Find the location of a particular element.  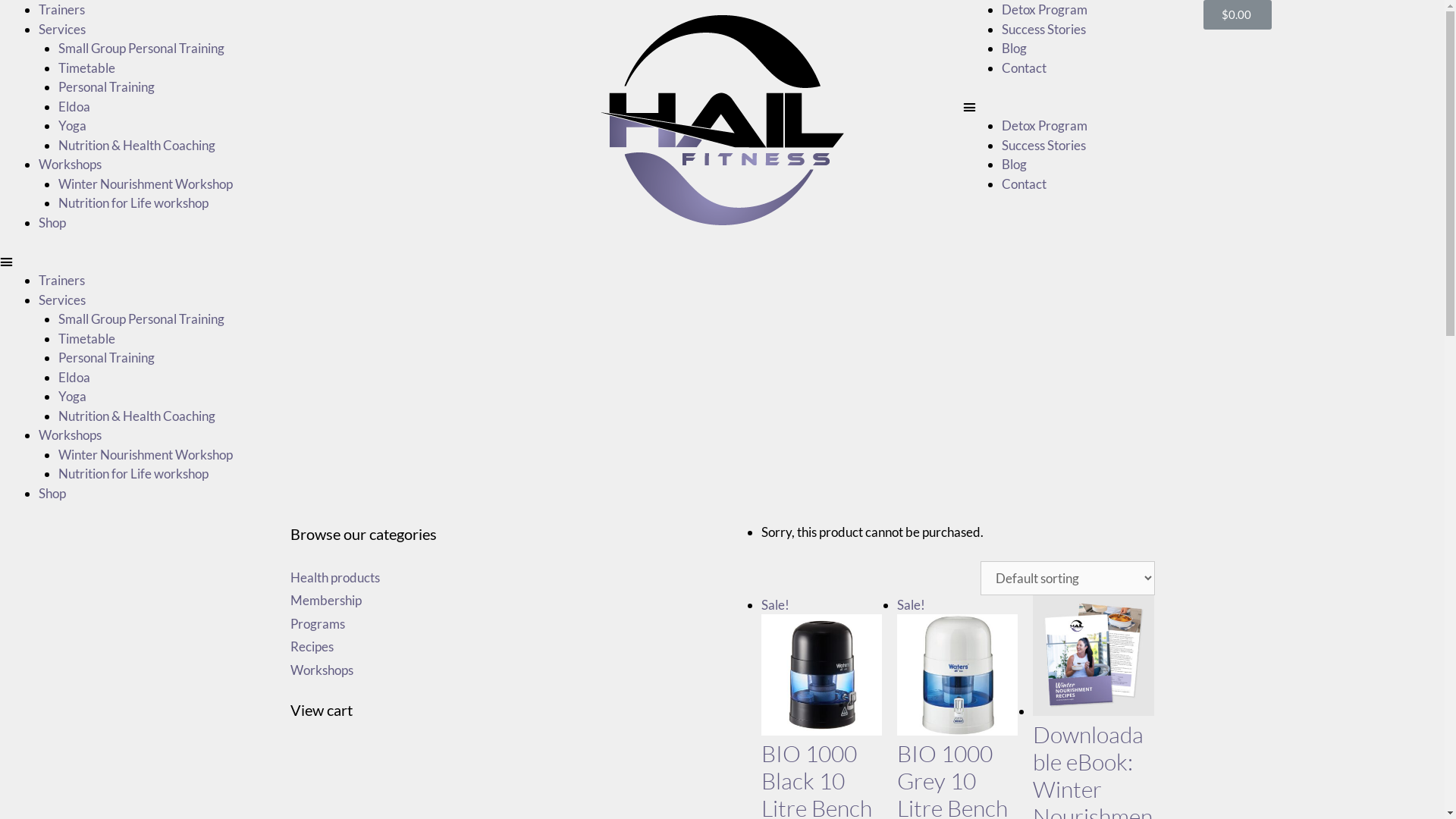

'Personal Training' is located at coordinates (105, 86).